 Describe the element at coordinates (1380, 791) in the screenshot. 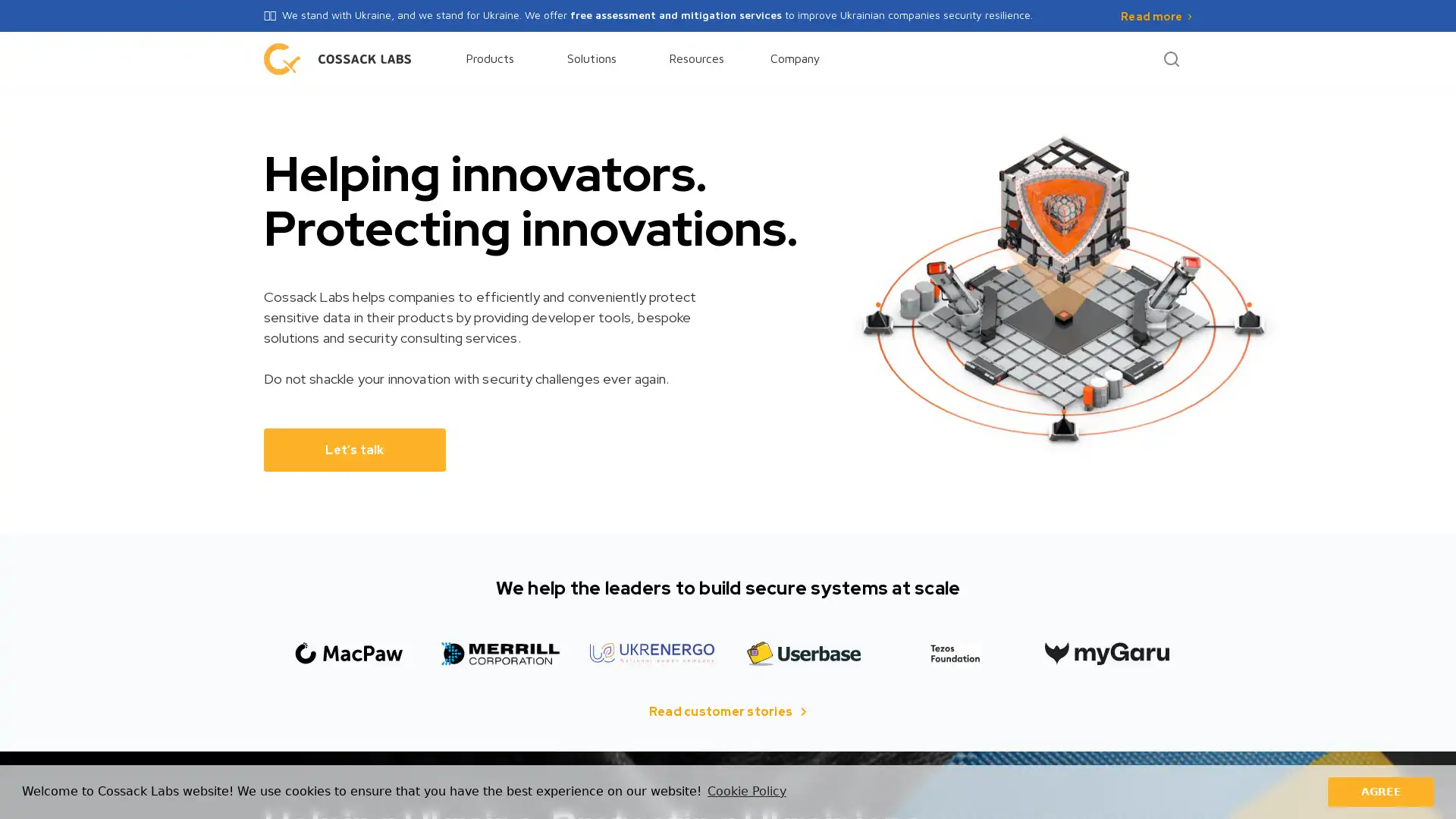

I see `dismiss cookie message` at that location.